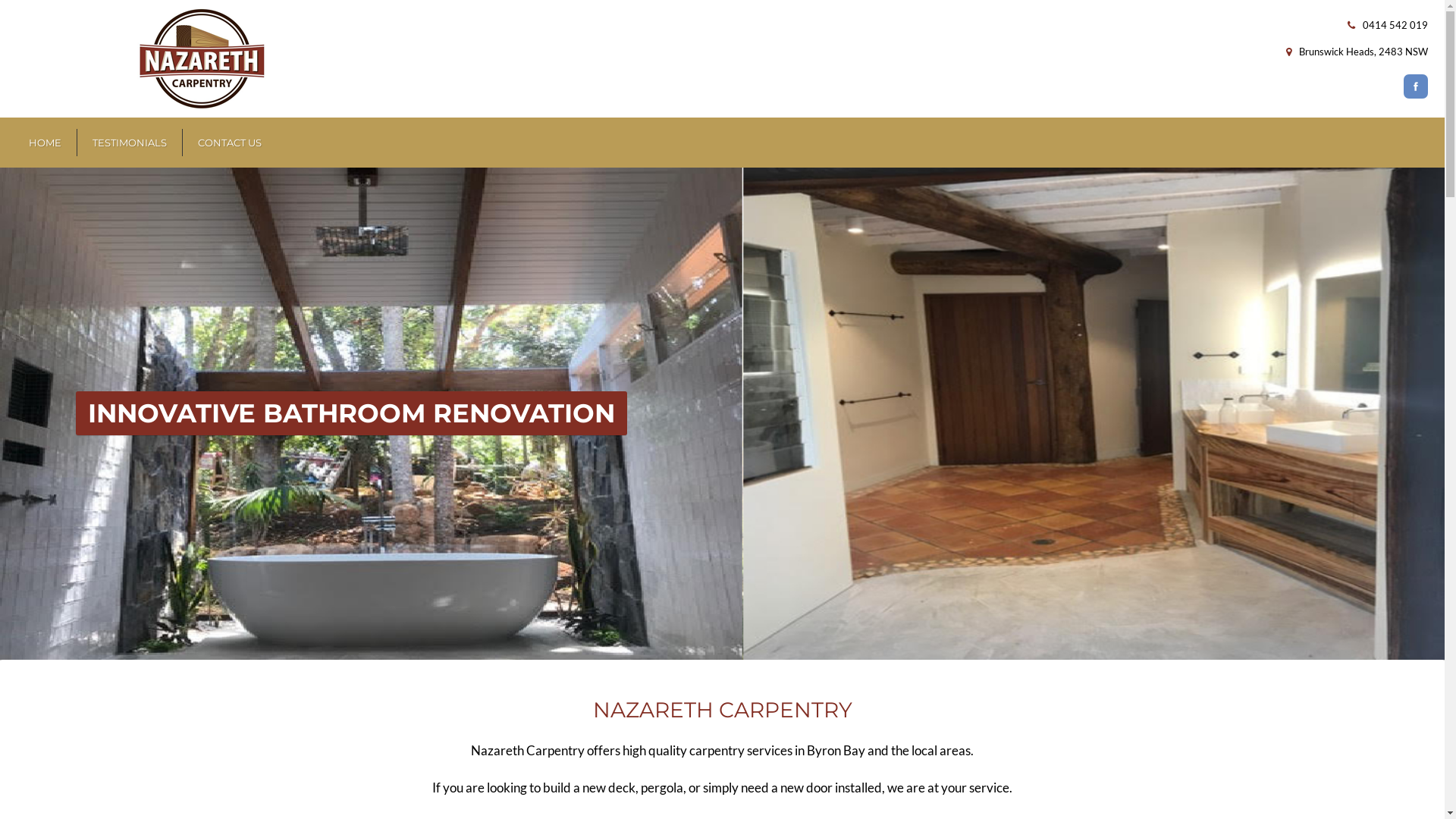 This screenshot has height=819, width=1456. I want to click on 'CONTACT US', so click(228, 143).